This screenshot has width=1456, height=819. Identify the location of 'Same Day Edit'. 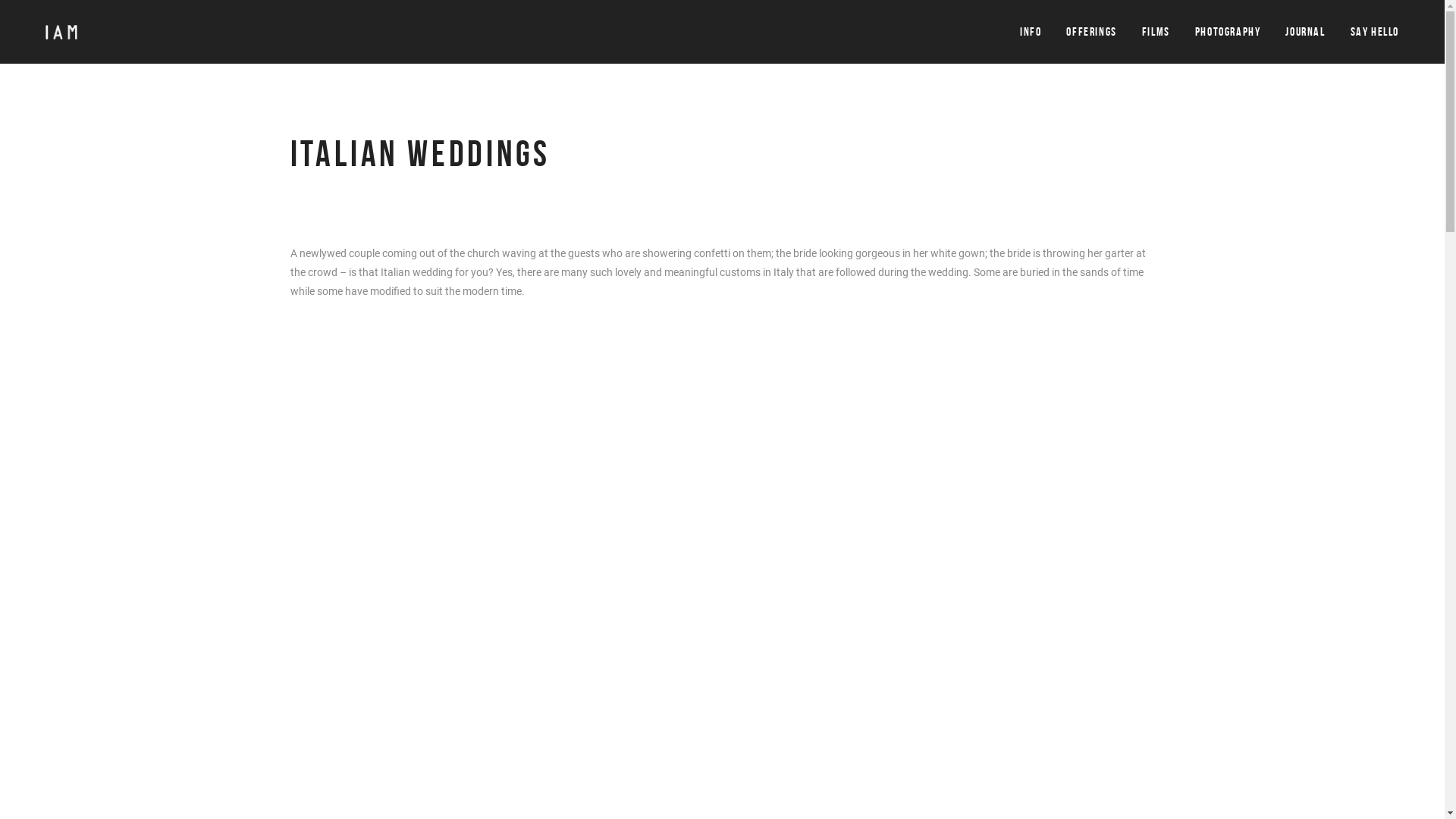
(914, 601).